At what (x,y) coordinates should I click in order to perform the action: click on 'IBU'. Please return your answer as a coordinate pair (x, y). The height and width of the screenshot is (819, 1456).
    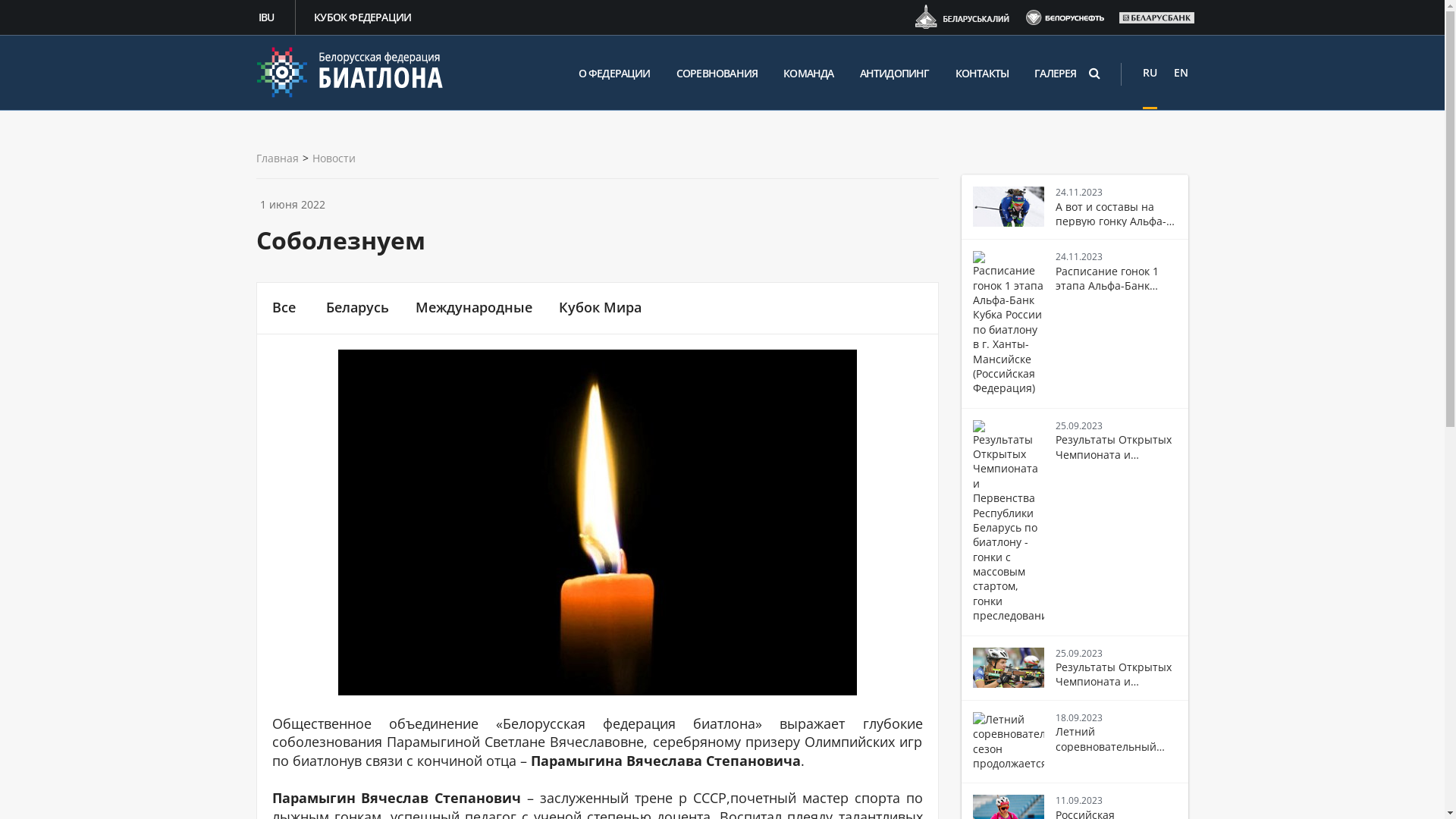
    Looking at the image, I should click on (268, 17).